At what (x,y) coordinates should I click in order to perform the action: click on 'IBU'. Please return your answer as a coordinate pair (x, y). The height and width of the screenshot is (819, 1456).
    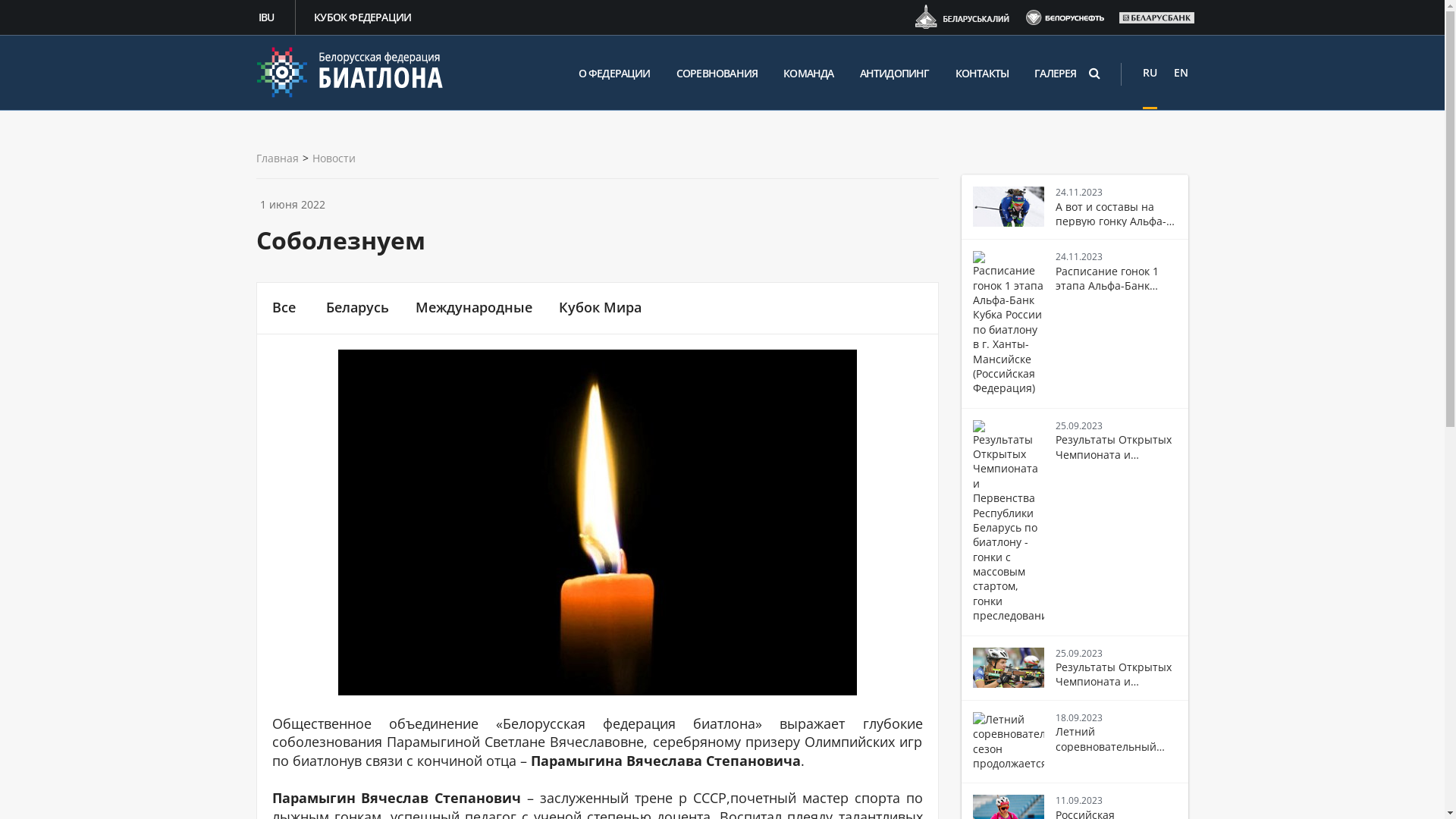
    Looking at the image, I should click on (268, 17).